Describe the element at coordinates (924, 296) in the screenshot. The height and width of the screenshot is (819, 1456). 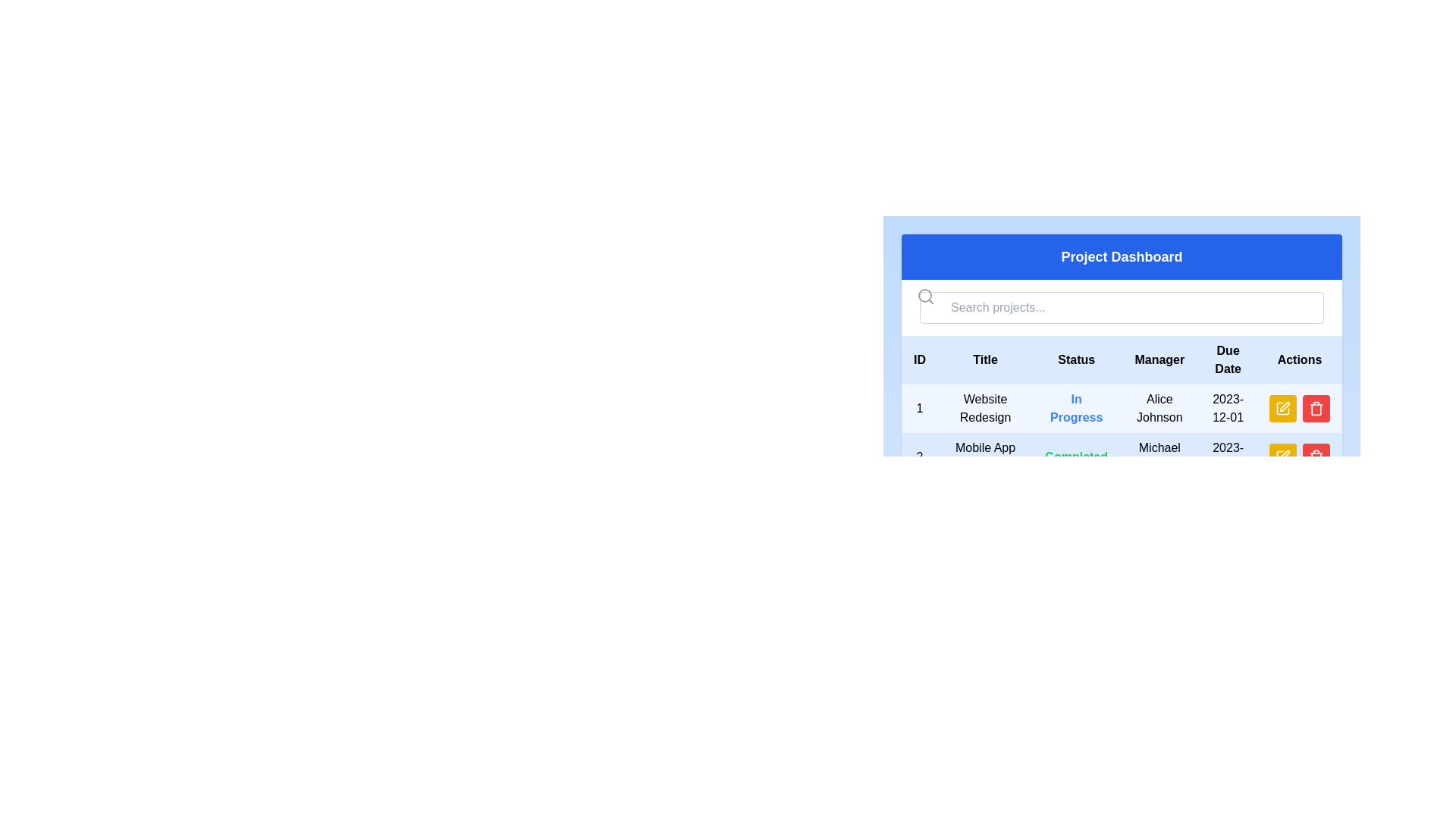
I see `the gray magnifying glass icon with a hollow circular lens and handle, located to the left of the 'Search projects...' input field, to initiate a search action` at that location.